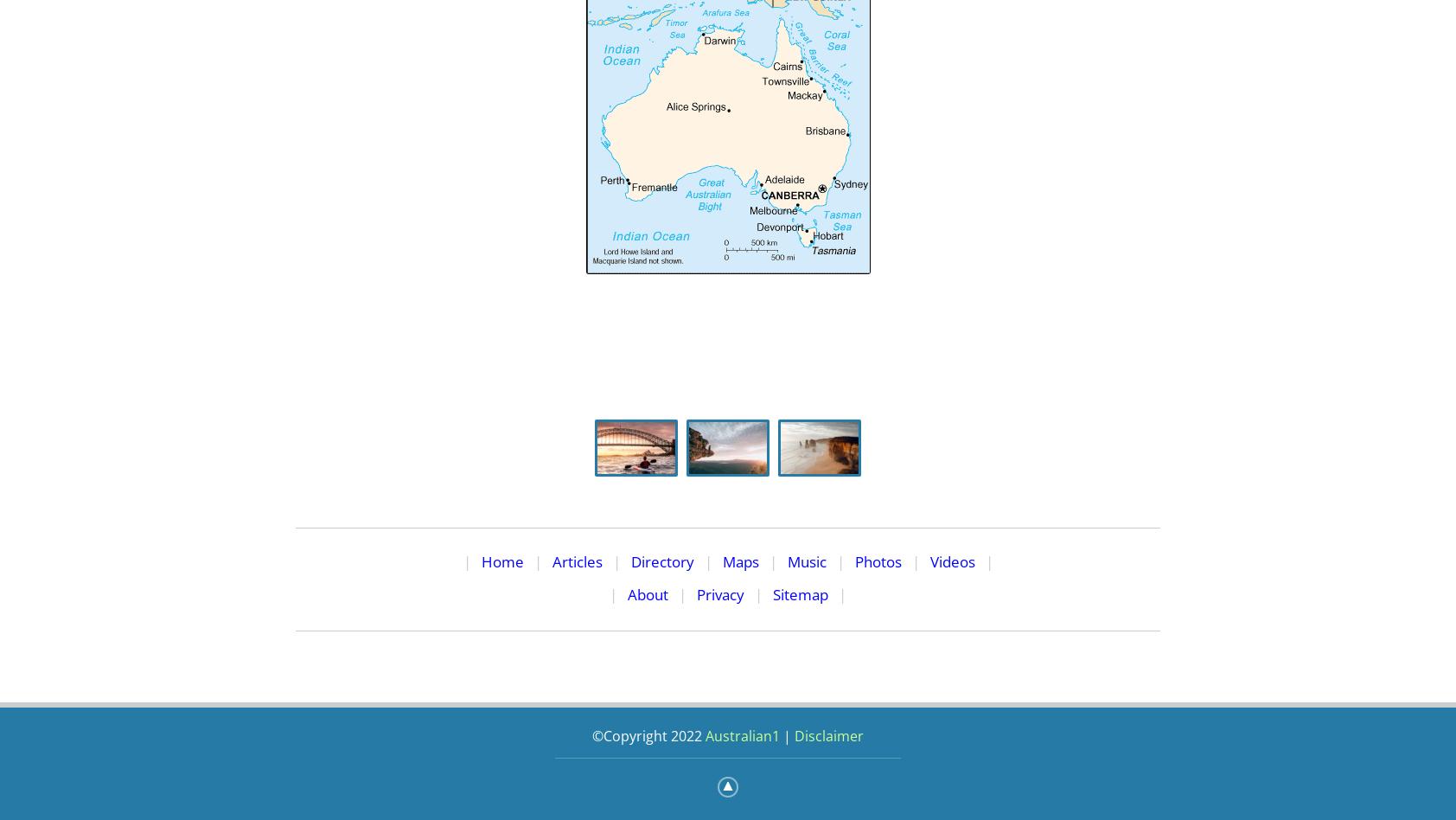 This screenshot has height=820, width=1456. I want to click on 'Privacy', so click(696, 593).